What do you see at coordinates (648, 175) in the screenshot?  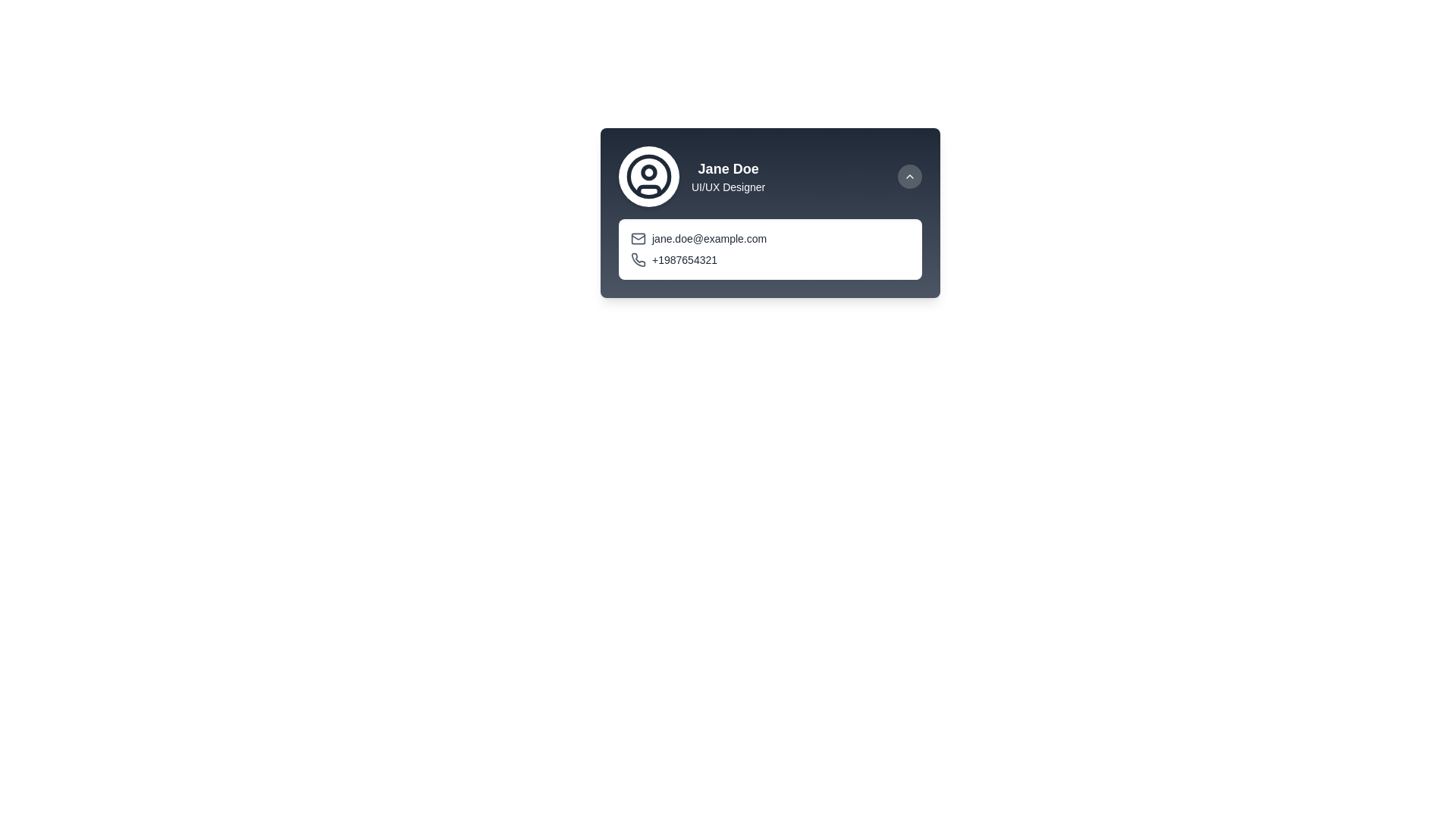 I see `the circular profile picture icon with a white background and shadow effect located to the left of the 'Jane Doe' text` at bounding box center [648, 175].